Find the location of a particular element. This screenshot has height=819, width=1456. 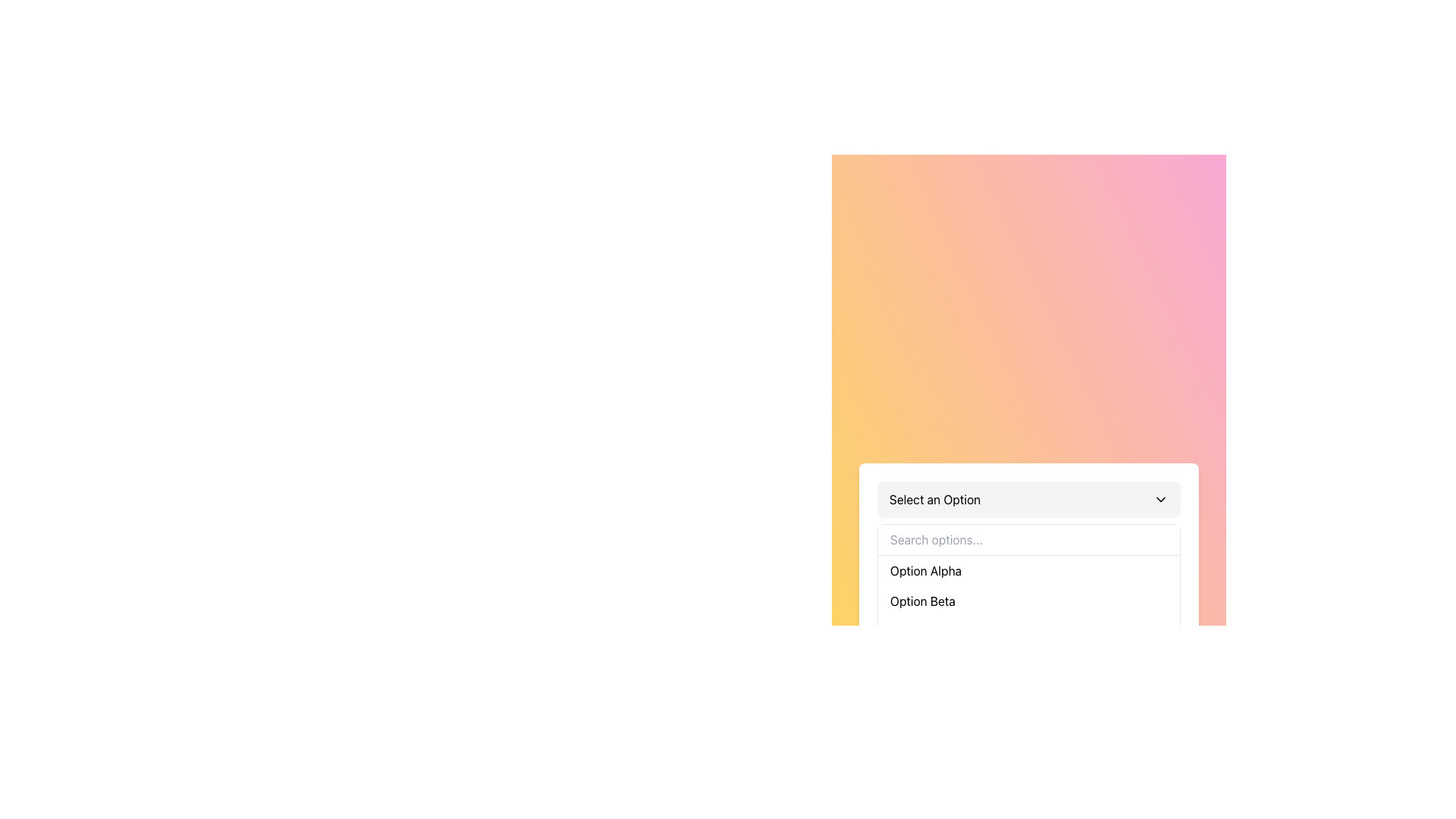

the second item is located at coordinates (922, 600).